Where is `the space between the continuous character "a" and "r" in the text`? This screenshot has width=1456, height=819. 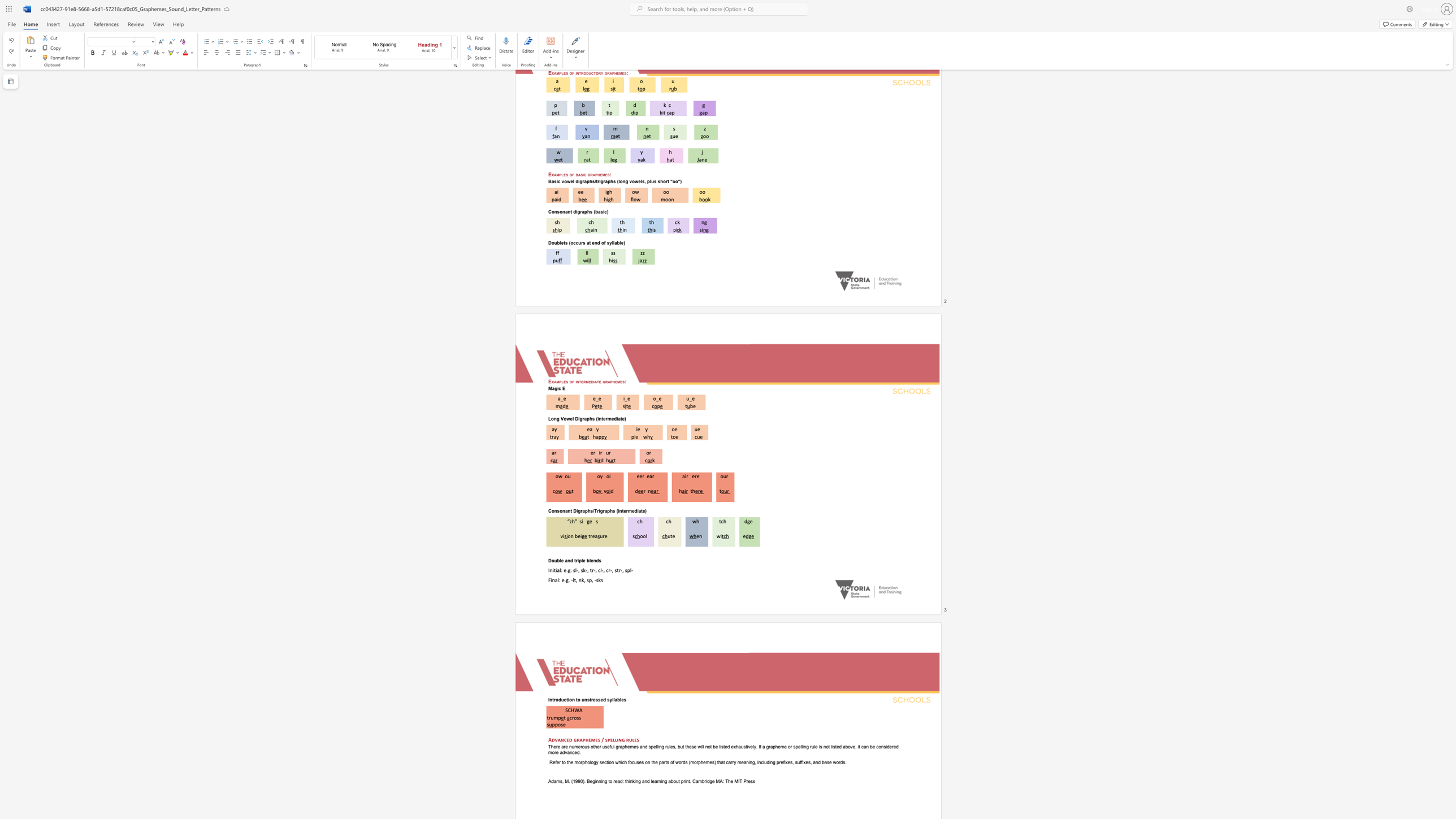
the space between the continuous character "a" and "r" in the text is located at coordinates (651, 476).